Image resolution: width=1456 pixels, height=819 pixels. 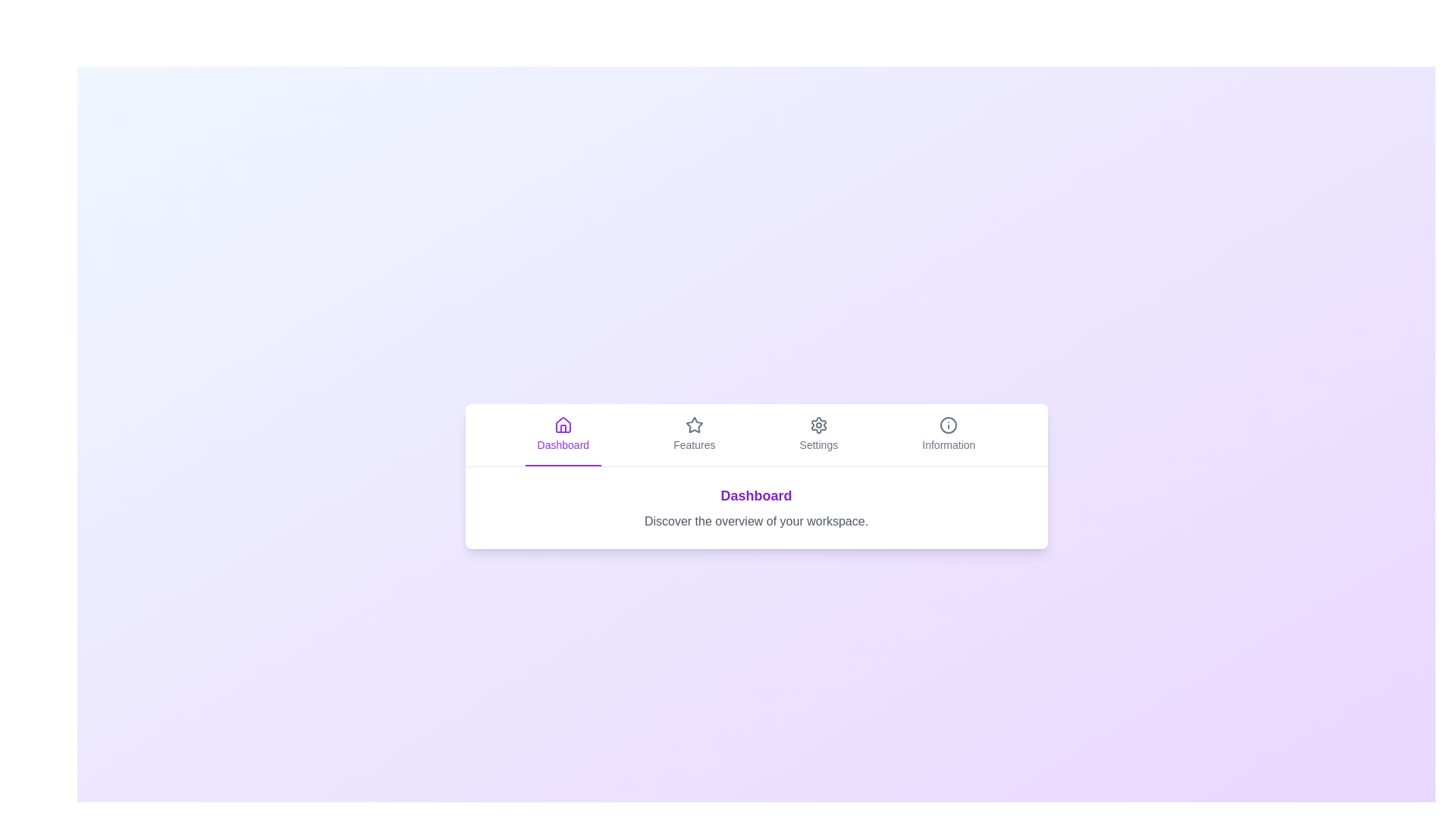 I want to click on the Dashboard tab to view its content, so click(x=562, y=435).